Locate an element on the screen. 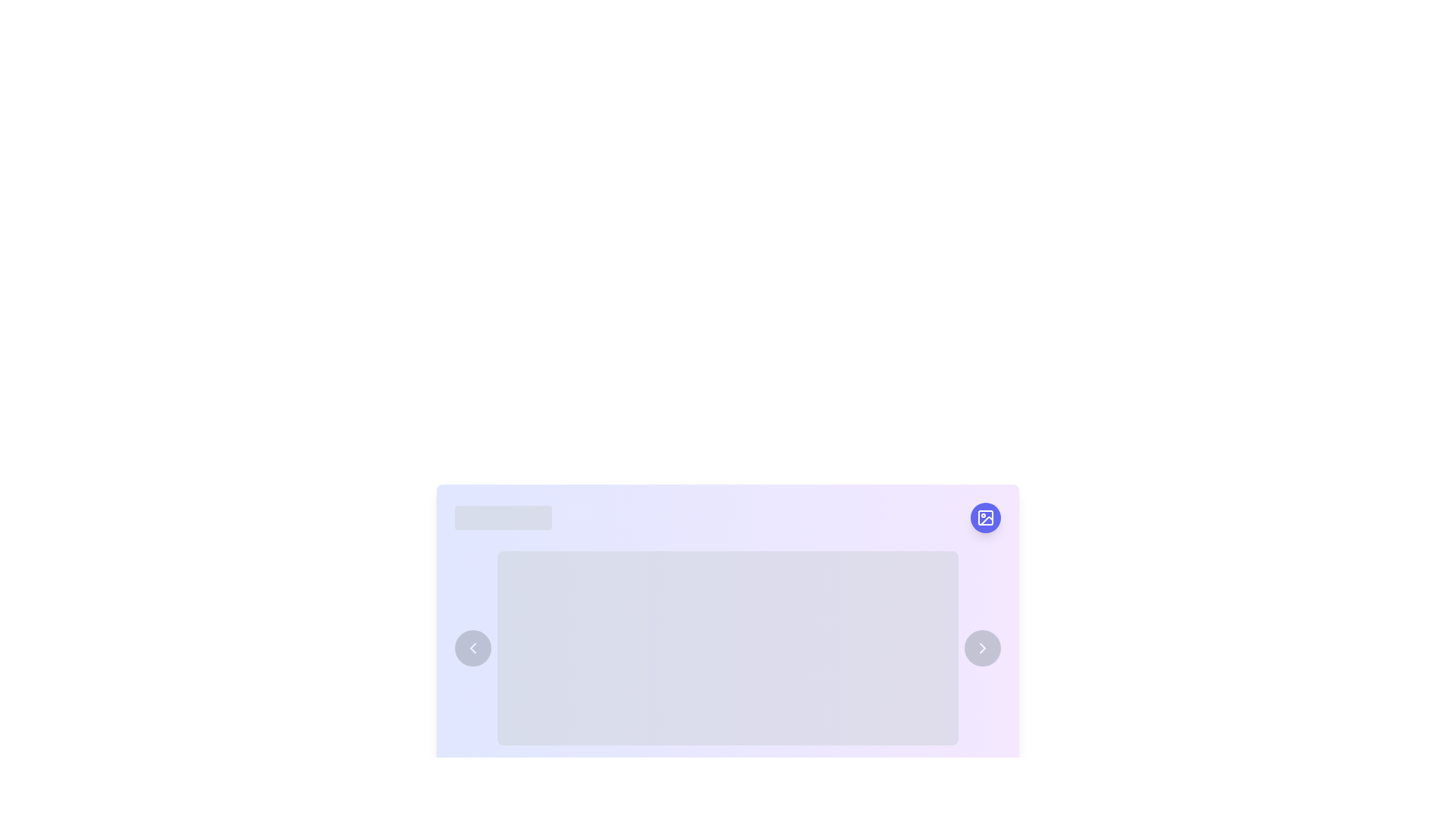  the second button in the row layout positioned to the far right is located at coordinates (985, 516).